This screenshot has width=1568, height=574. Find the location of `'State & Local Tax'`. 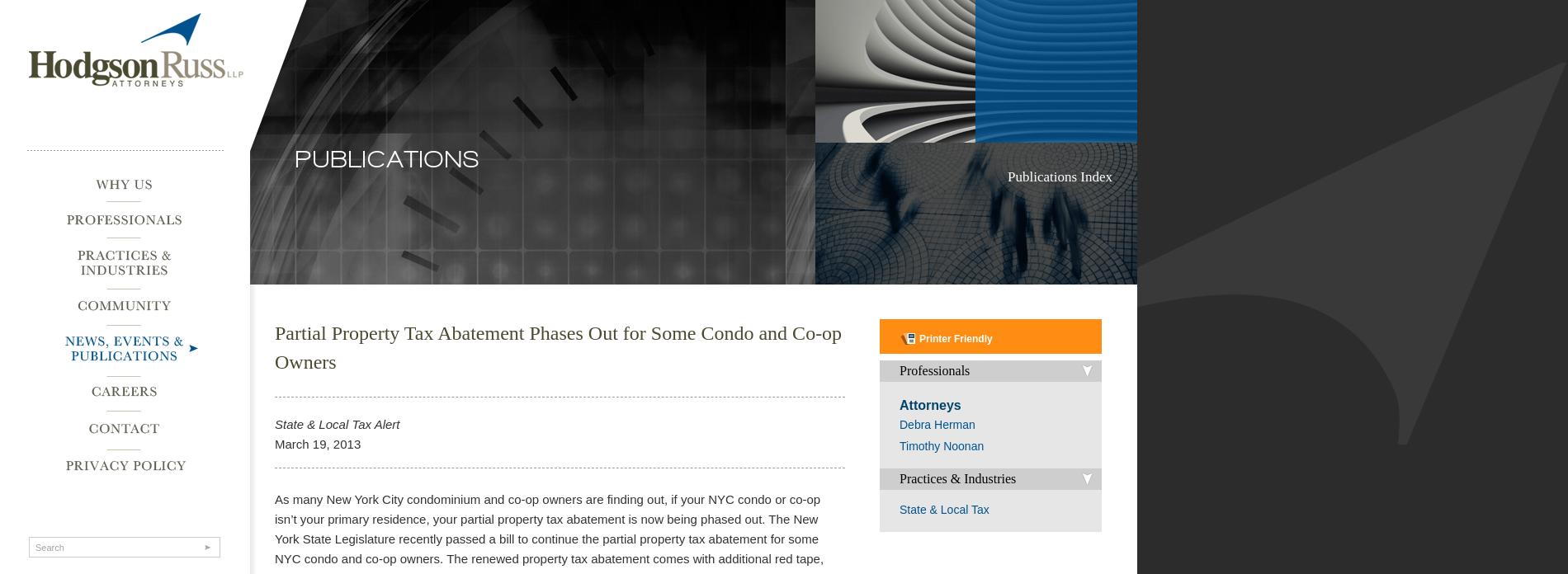

'State & Local Tax' is located at coordinates (943, 508).